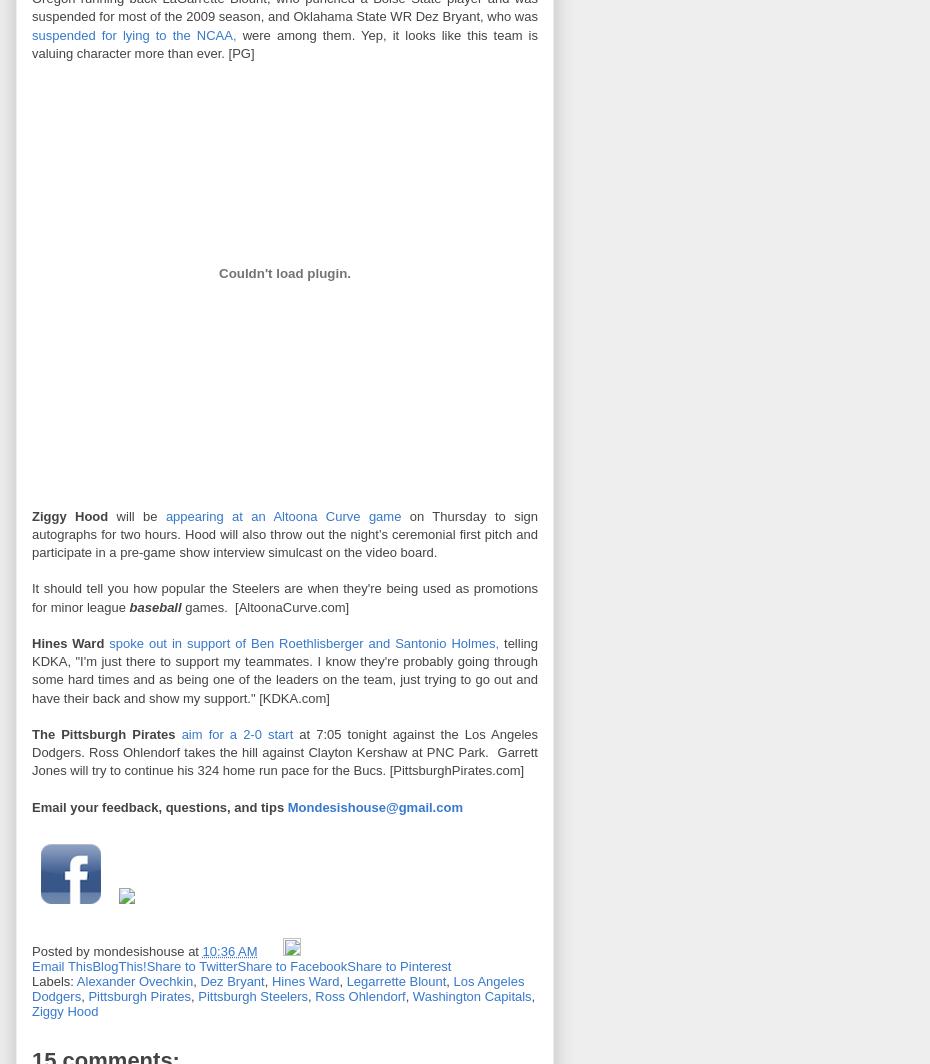 The height and width of the screenshot is (1064, 930). I want to click on 'baseball', so click(155, 606).